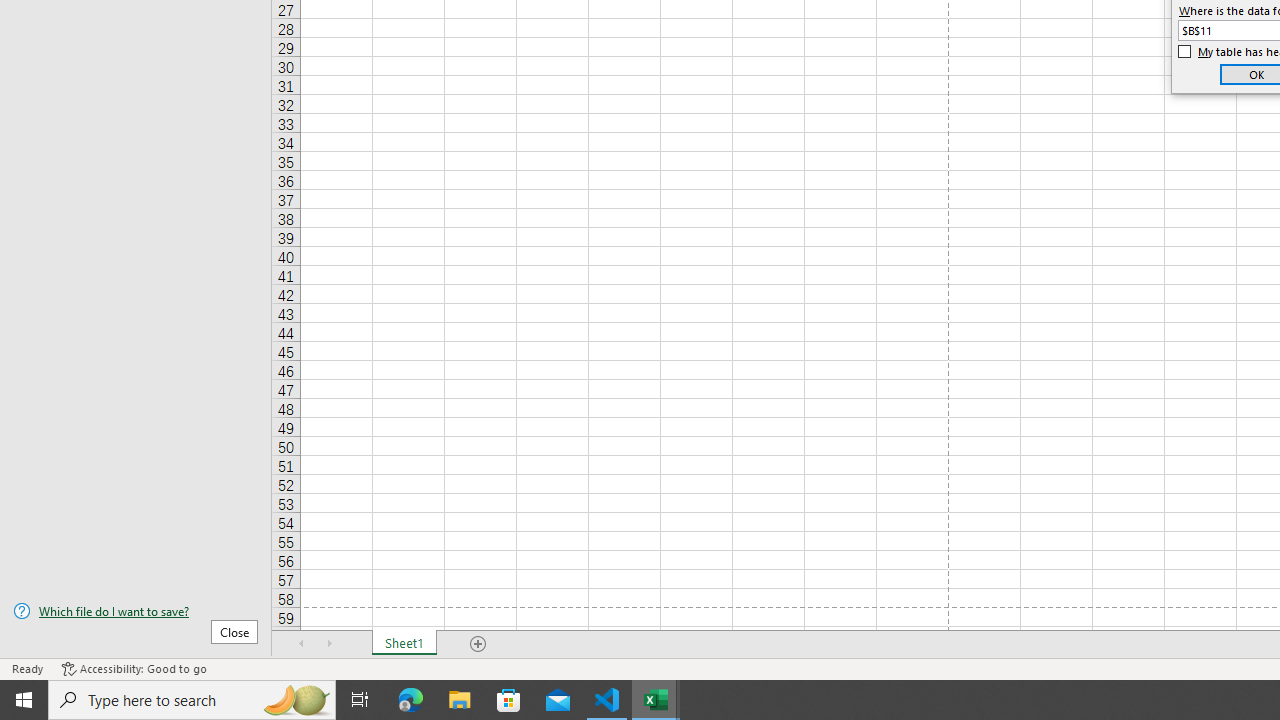 The width and height of the screenshot is (1280, 720). Describe the element at coordinates (301, 644) in the screenshot. I see `'Scroll Left'` at that location.